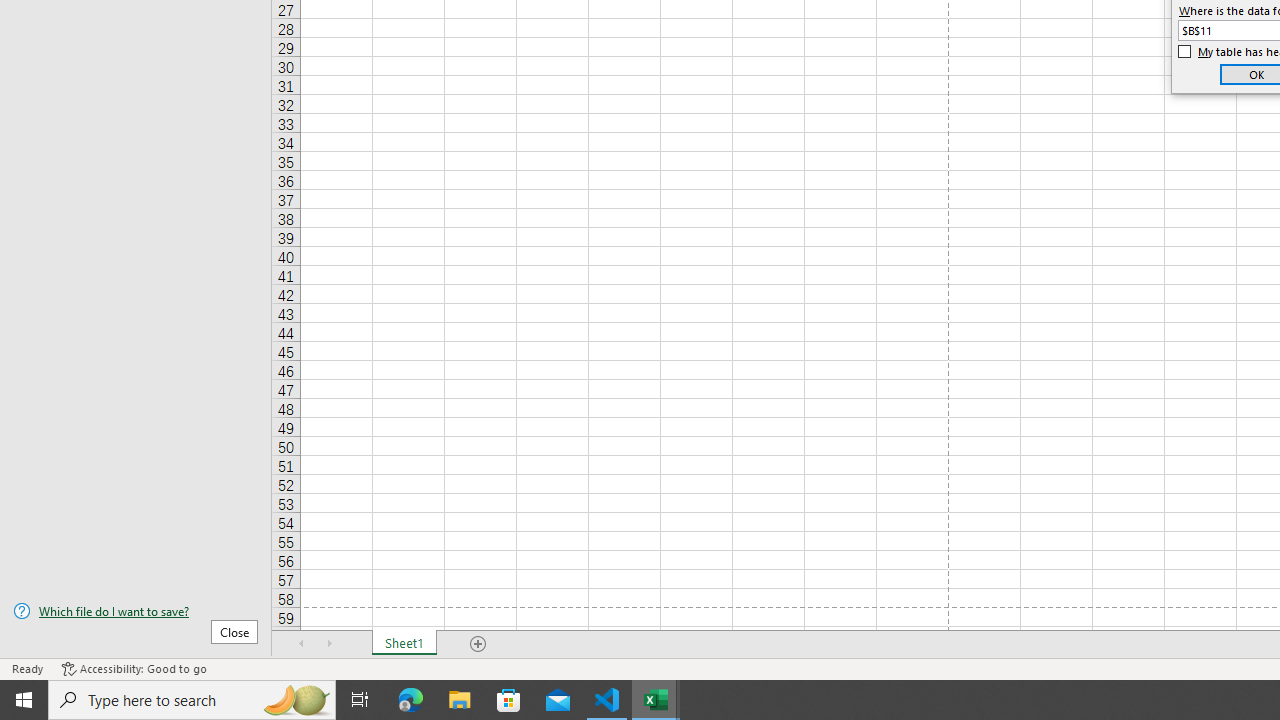 The width and height of the screenshot is (1280, 720). Describe the element at coordinates (301, 644) in the screenshot. I see `'Scroll Left'` at that location.